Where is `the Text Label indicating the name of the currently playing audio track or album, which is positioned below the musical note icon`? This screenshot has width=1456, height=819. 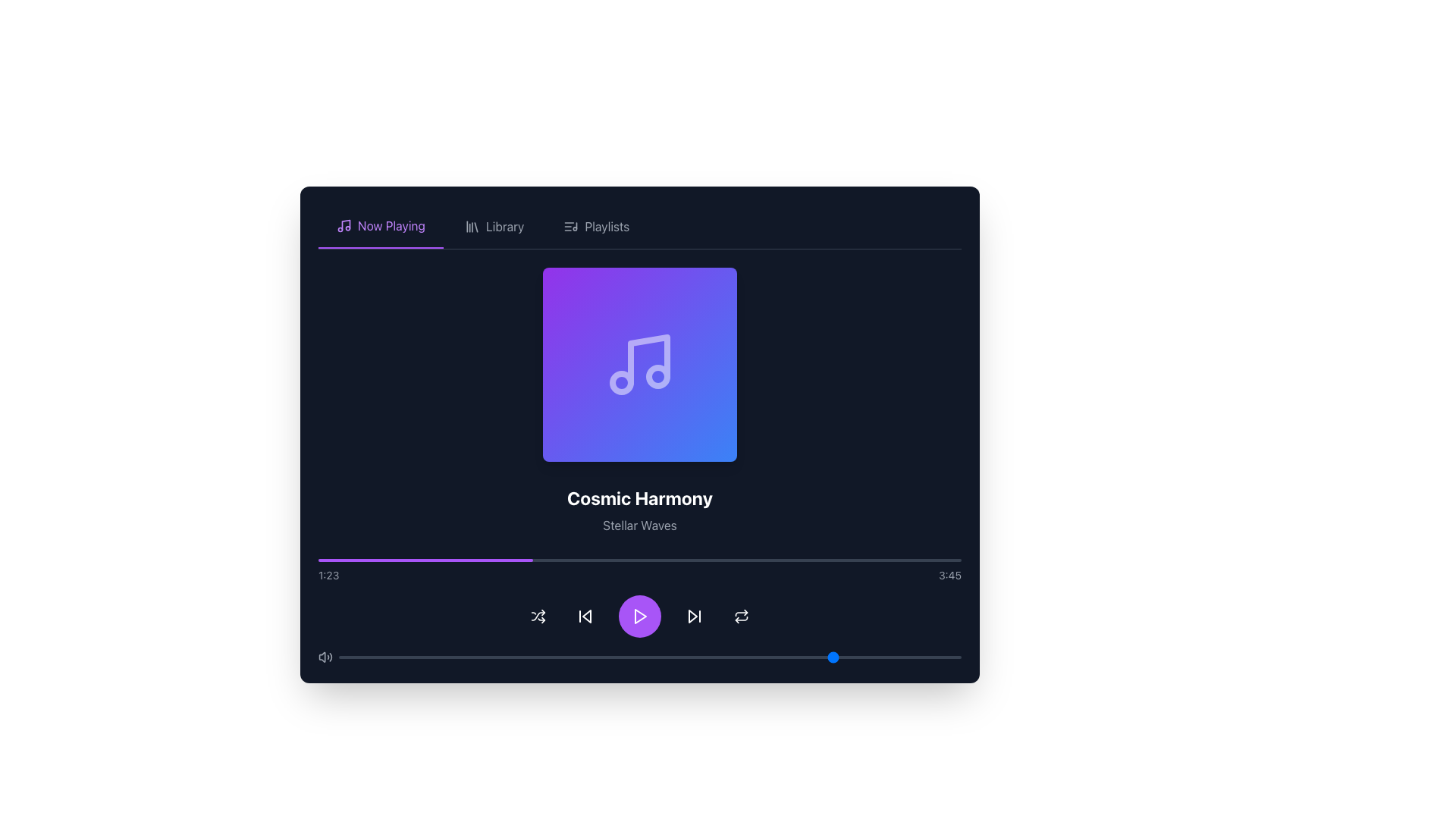
the Text Label indicating the name of the currently playing audio track or album, which is positioned below the musical note icon is located at coordinates (640, 497).